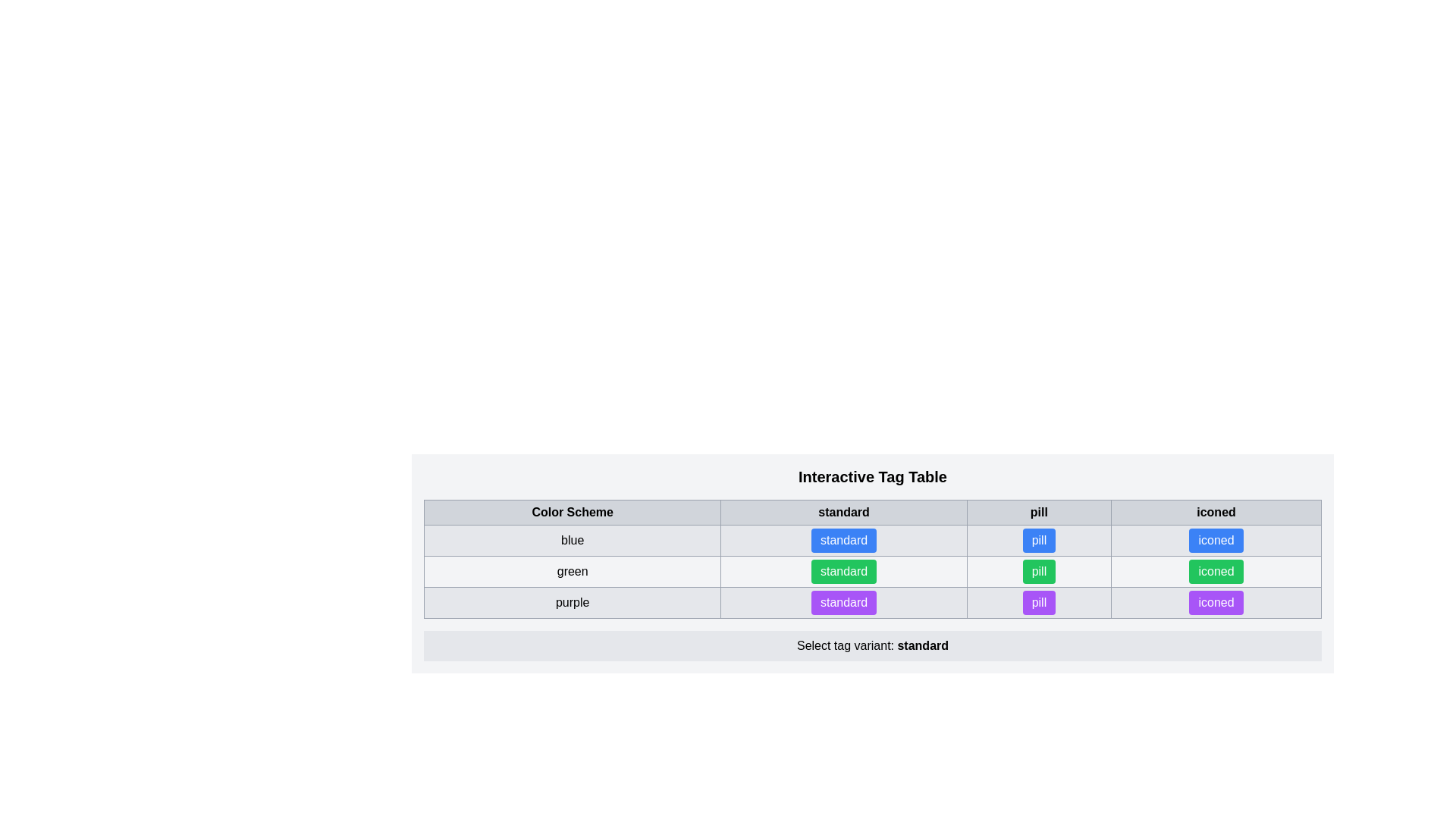 The image size is (1456, 819). I want to click on the 'pill' button with a purple background and white text located in the third row and second column of the 'Interactive Tag Table', so click(1038, 601).